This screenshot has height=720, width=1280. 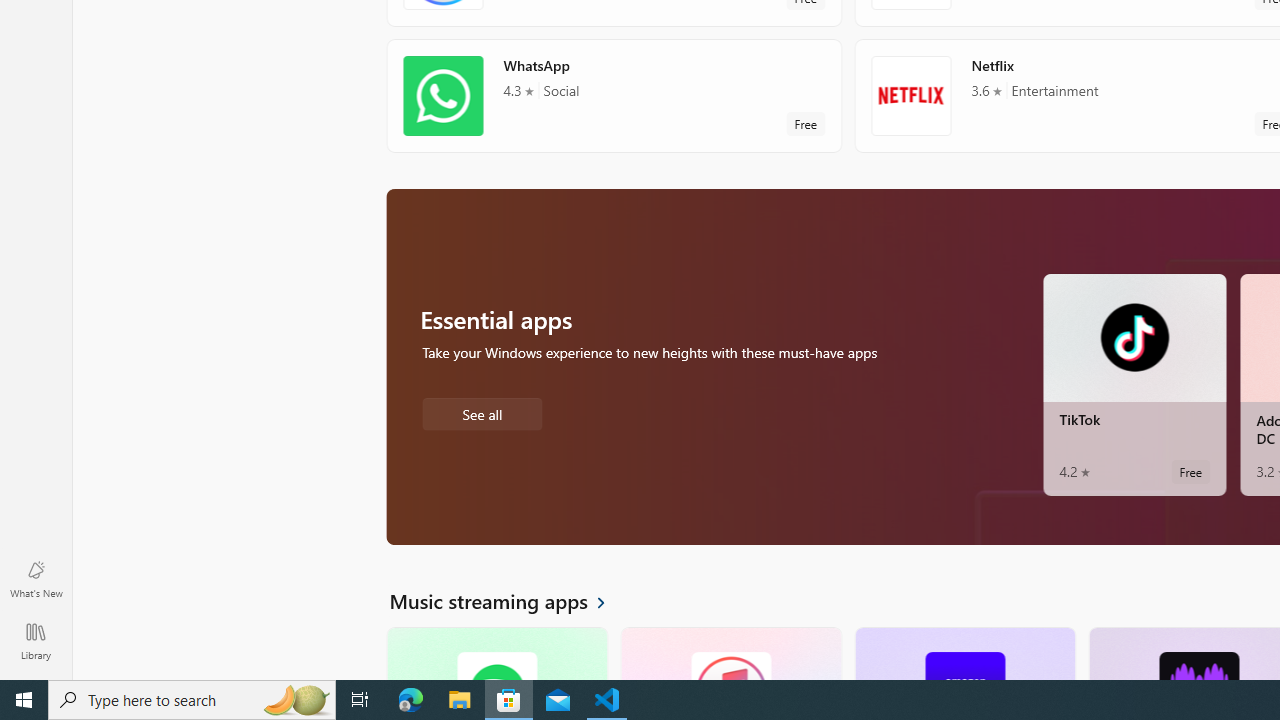 I want to click on 'iTunes. Average rating of 2.5 out of five stars. Free  ', so click(x=729, y=653).